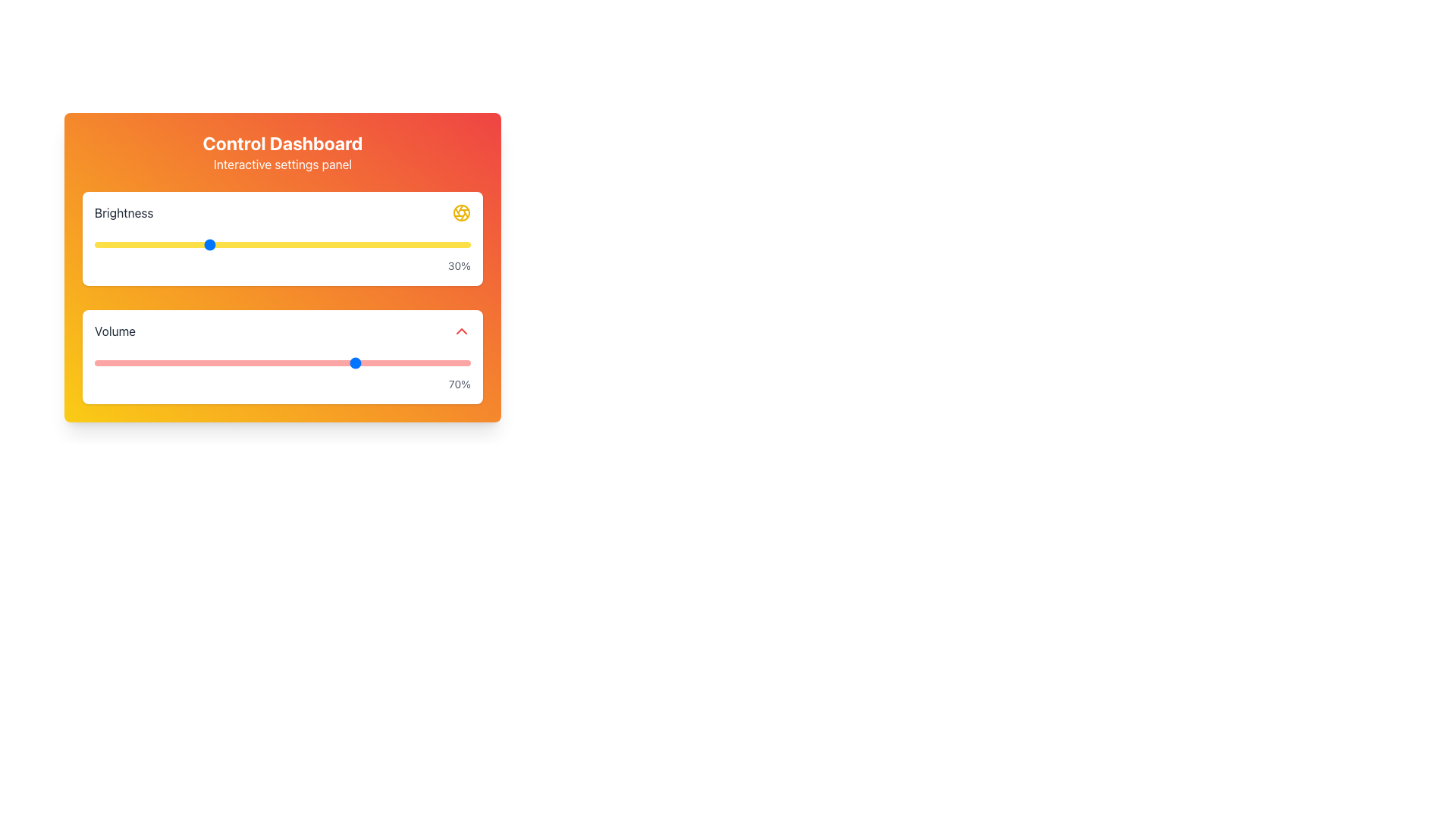 Image resolution: width=1456 pixels, height=819 pixels. Describe the element at coordinates (369, 362) in the screenshot. I see `the volume slider` at that location.